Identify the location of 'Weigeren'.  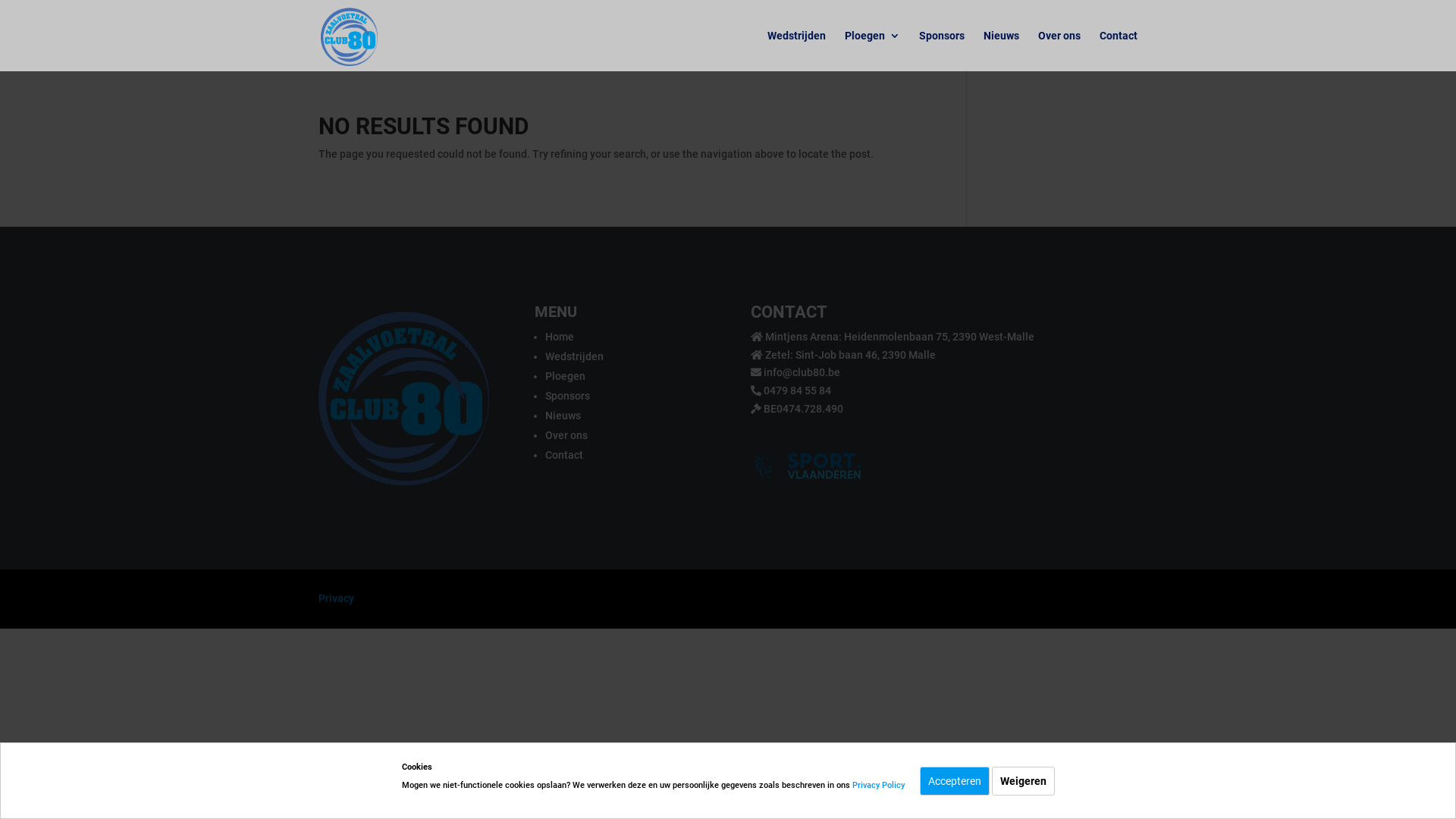
(1023, 780).